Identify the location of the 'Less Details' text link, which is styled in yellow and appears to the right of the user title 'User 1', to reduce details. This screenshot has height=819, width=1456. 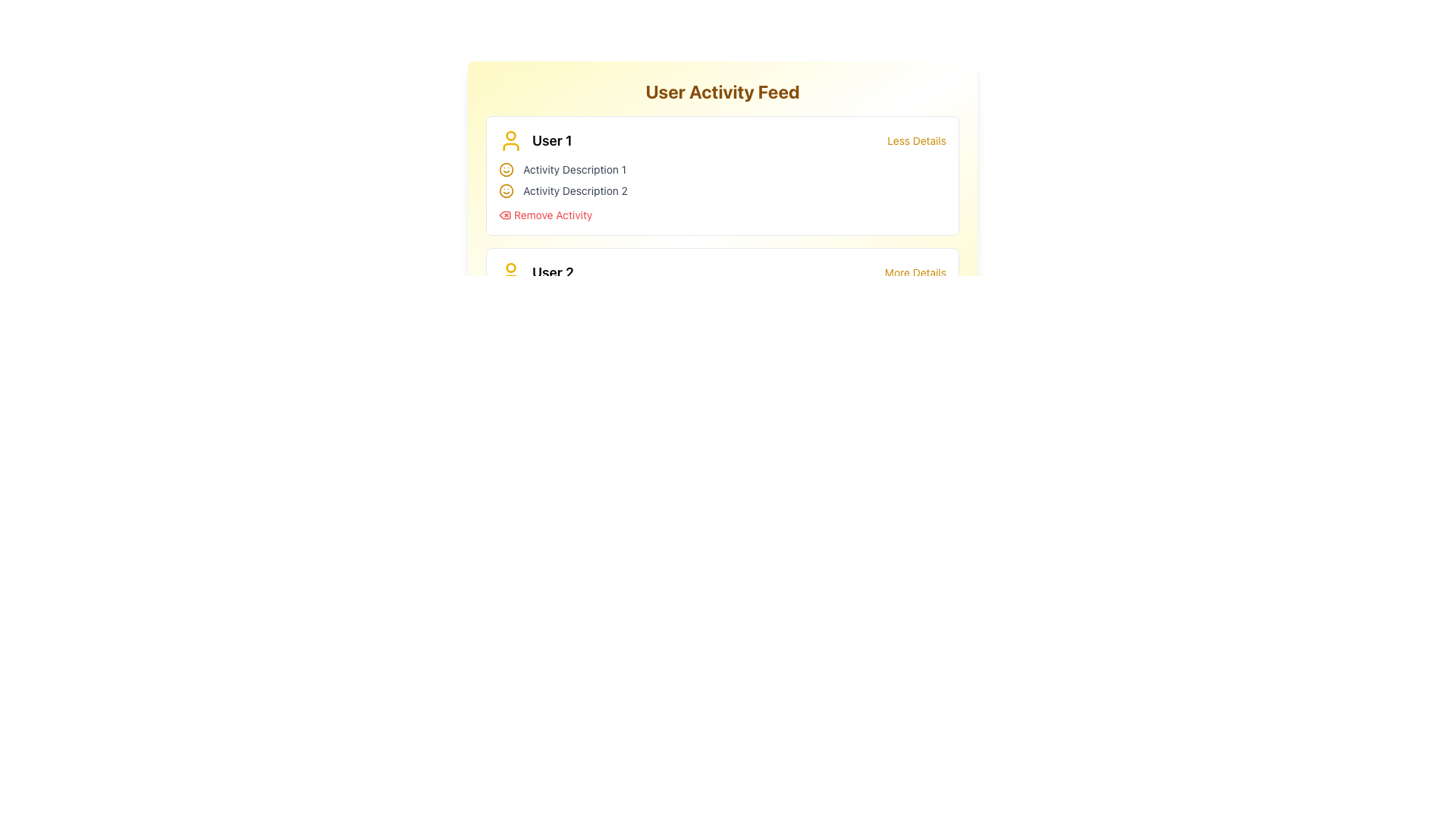
(916, 140).